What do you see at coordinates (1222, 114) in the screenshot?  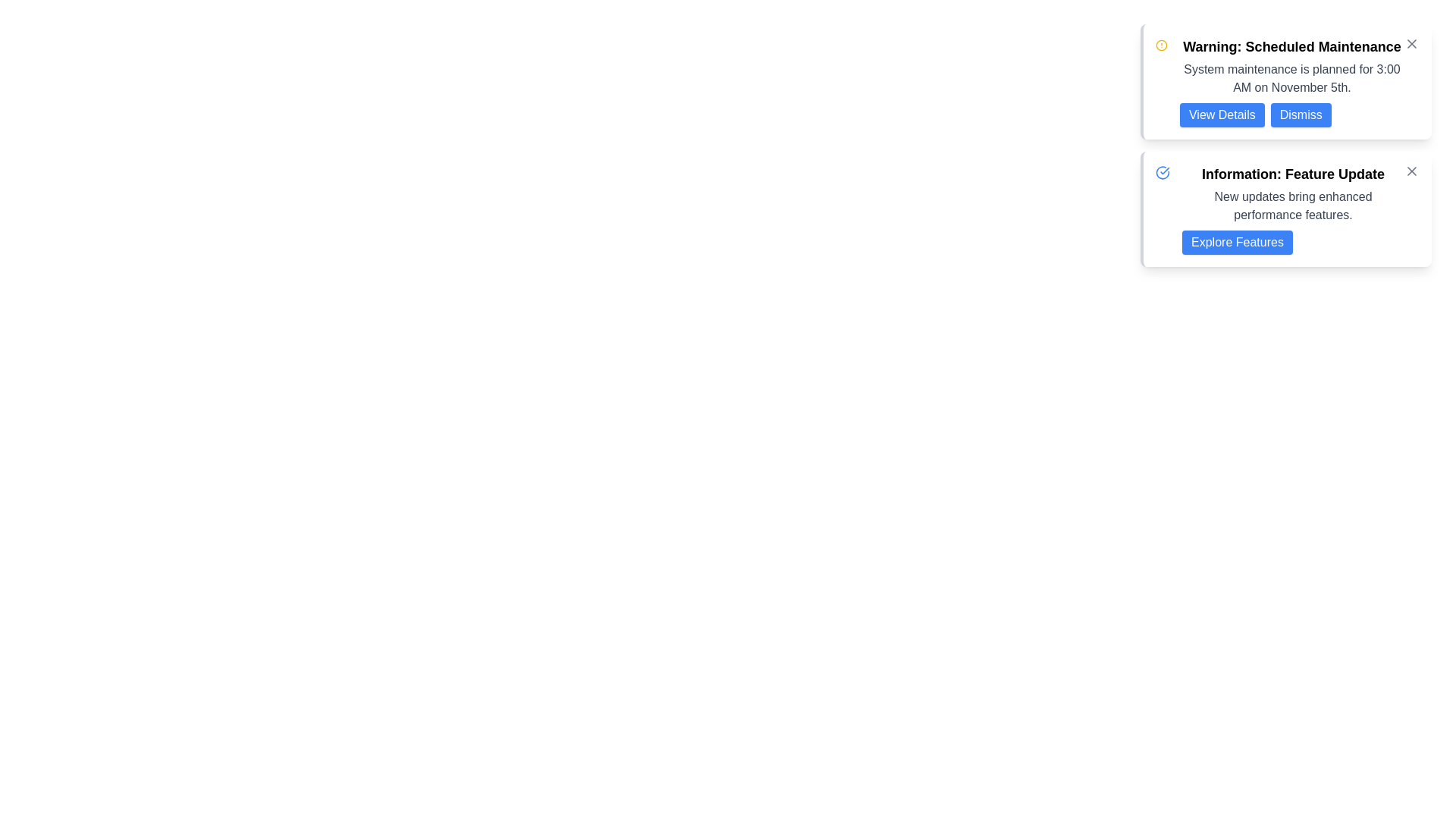 I see `the rectangular blue button with rounded corners and white text that reads 'View Details' to change its color` at bounding box center [1222, 114].